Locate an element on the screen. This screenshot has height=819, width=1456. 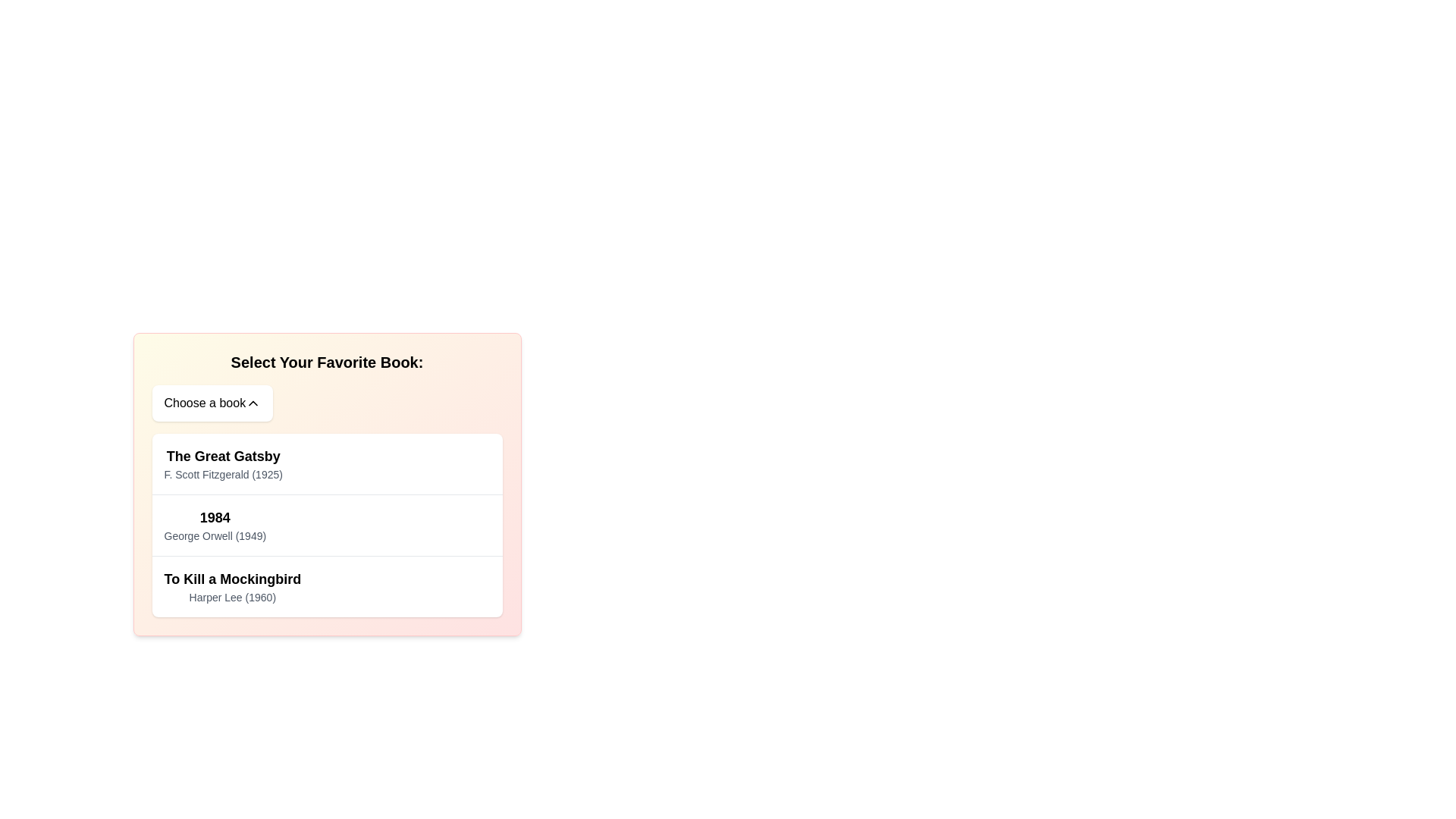
text label that serves as the header for selecting a book, located at the center of the card-like box above the dropdown button labeled 'Choose a book' is located at coordinates (326, 362).